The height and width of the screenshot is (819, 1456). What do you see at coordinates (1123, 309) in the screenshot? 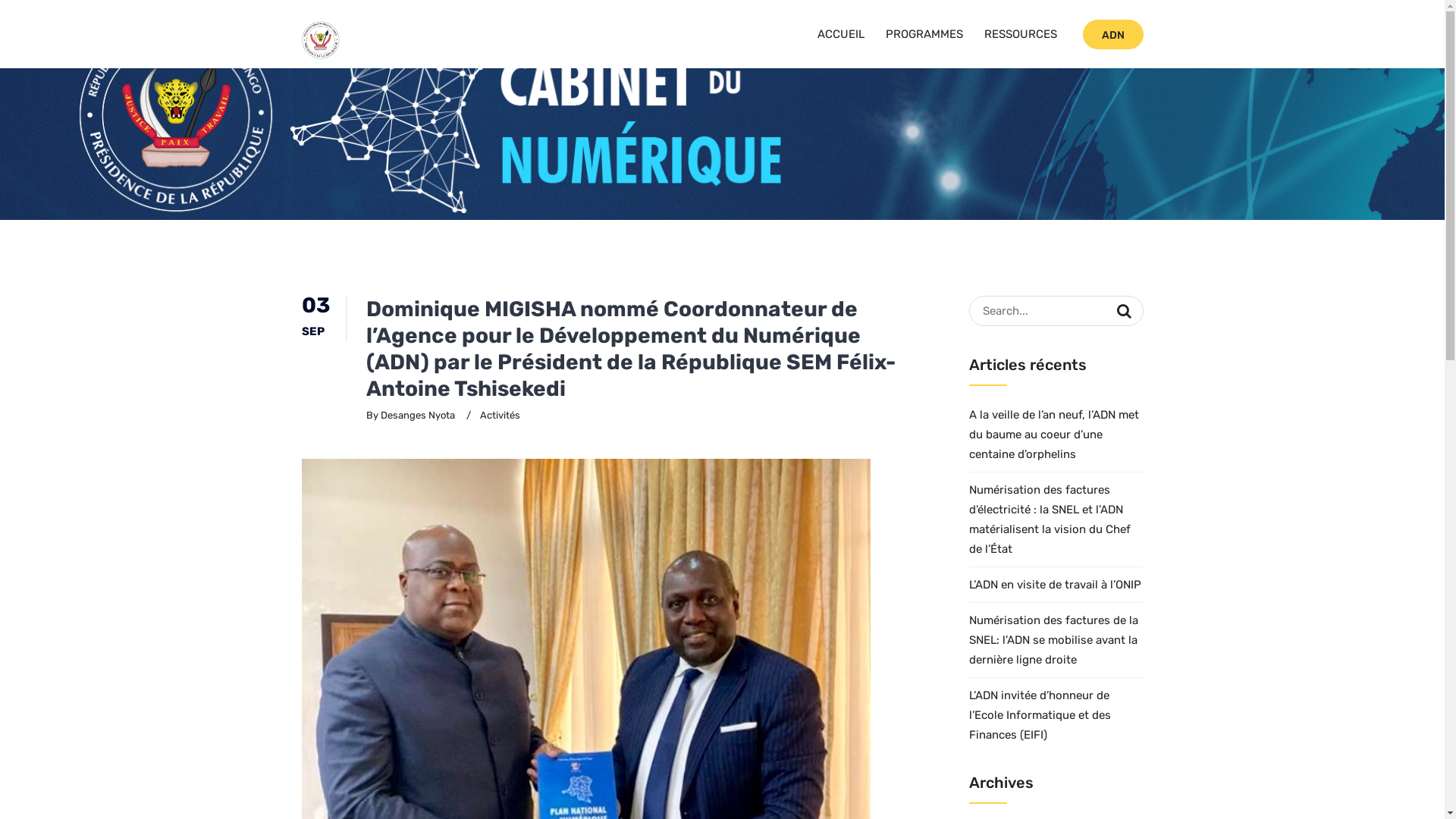
I see `'Search'` at bounding box center [1123, 309].